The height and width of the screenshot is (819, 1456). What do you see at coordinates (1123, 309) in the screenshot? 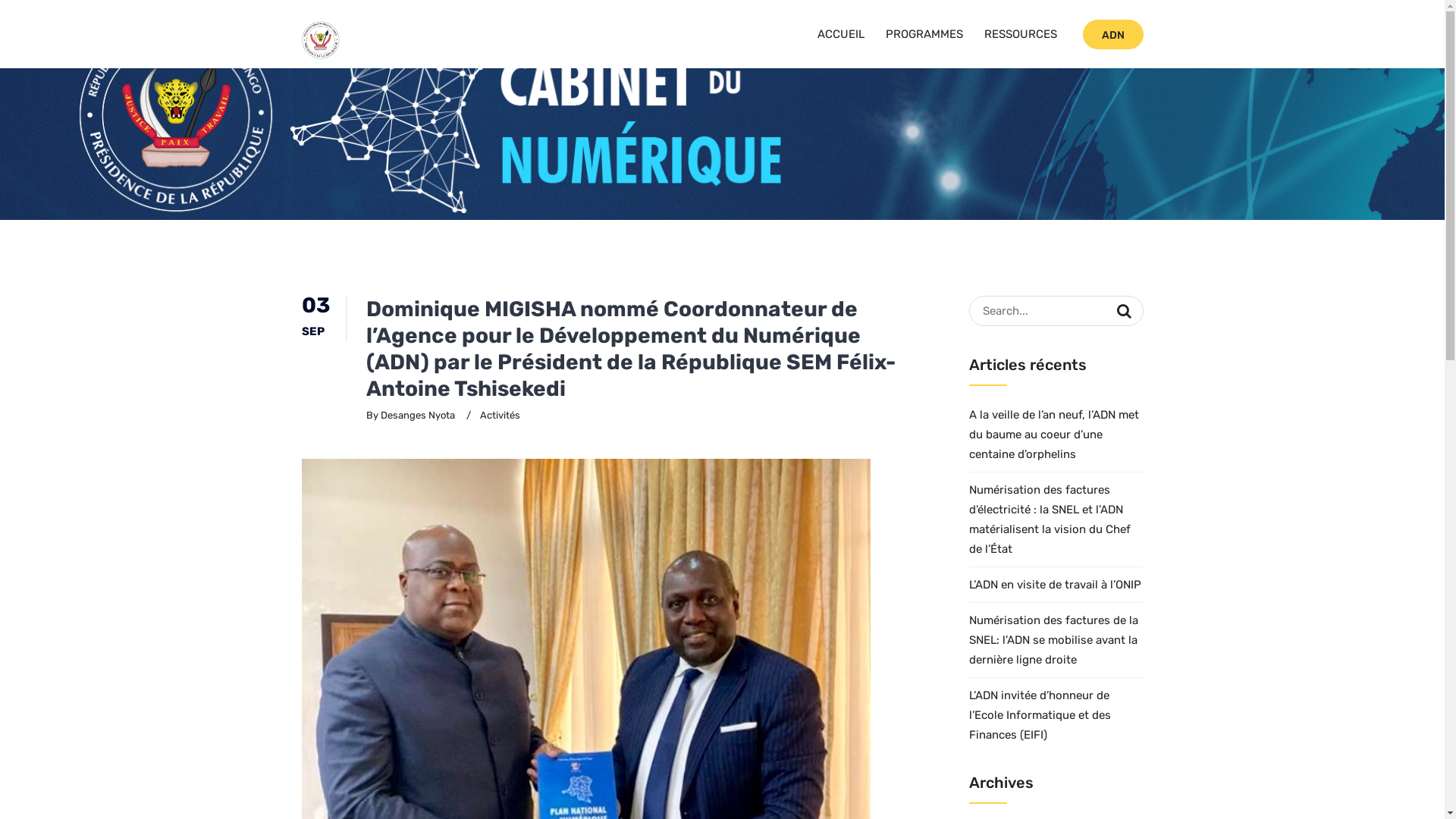
I see `'Search'` at bounding box center [1123, 309].